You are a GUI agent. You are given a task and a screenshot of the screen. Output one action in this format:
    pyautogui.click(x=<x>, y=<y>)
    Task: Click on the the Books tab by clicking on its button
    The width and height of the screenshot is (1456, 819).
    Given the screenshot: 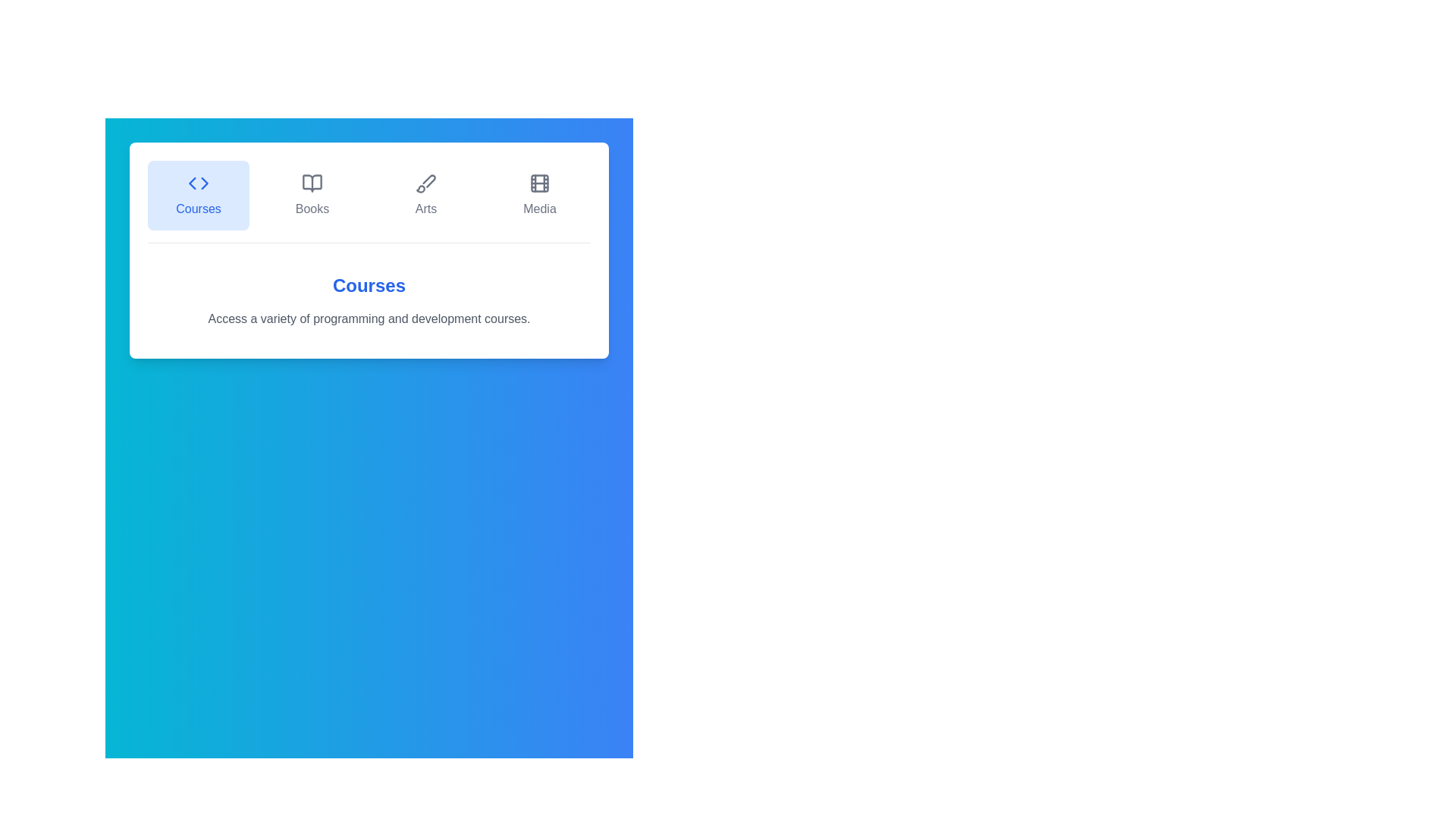 What is the action you would take?
    pyautogui.click(x=312, y=195)
    